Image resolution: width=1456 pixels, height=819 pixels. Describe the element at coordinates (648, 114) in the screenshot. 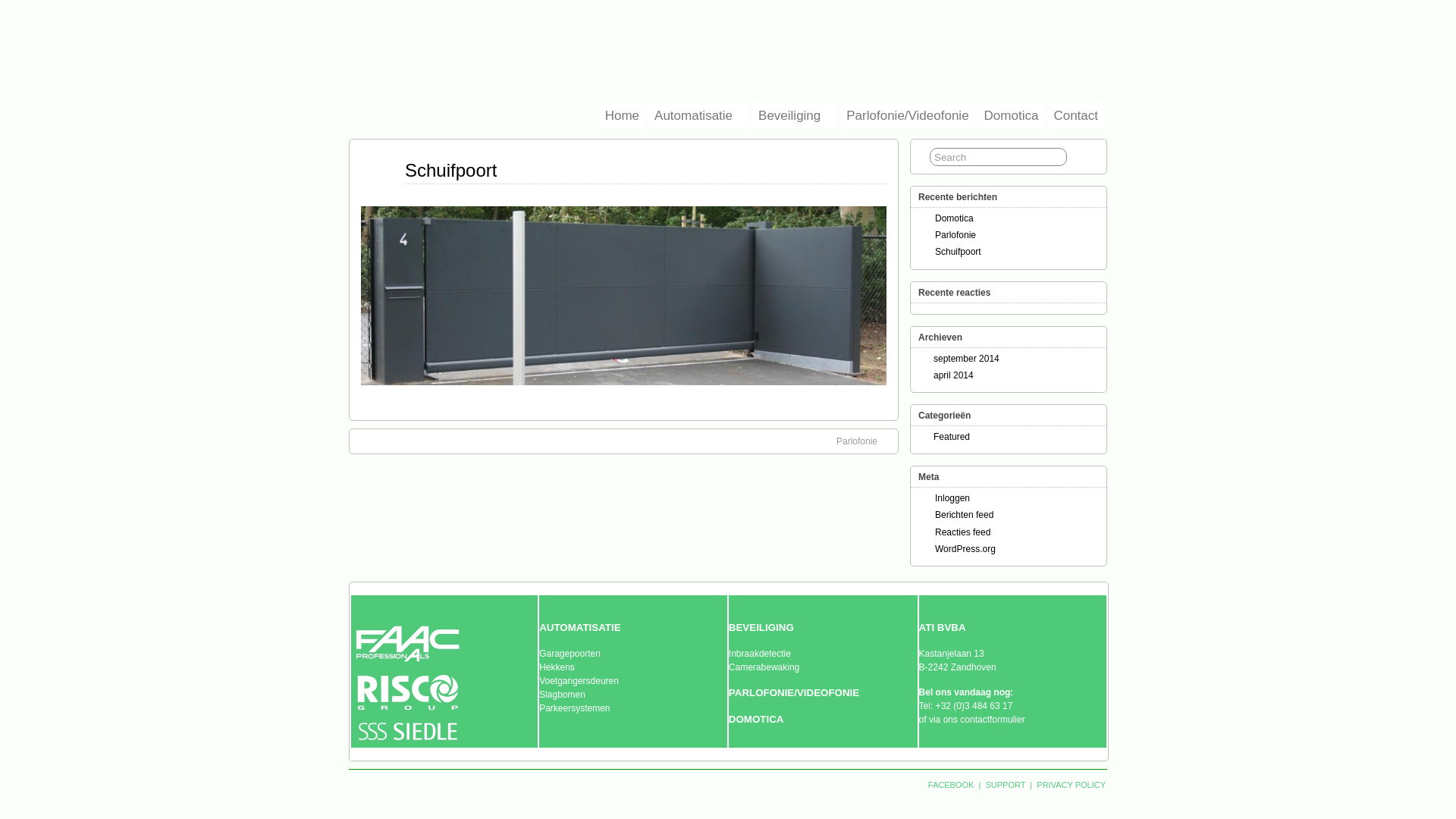

I see `' Automatisatie'` at that location.